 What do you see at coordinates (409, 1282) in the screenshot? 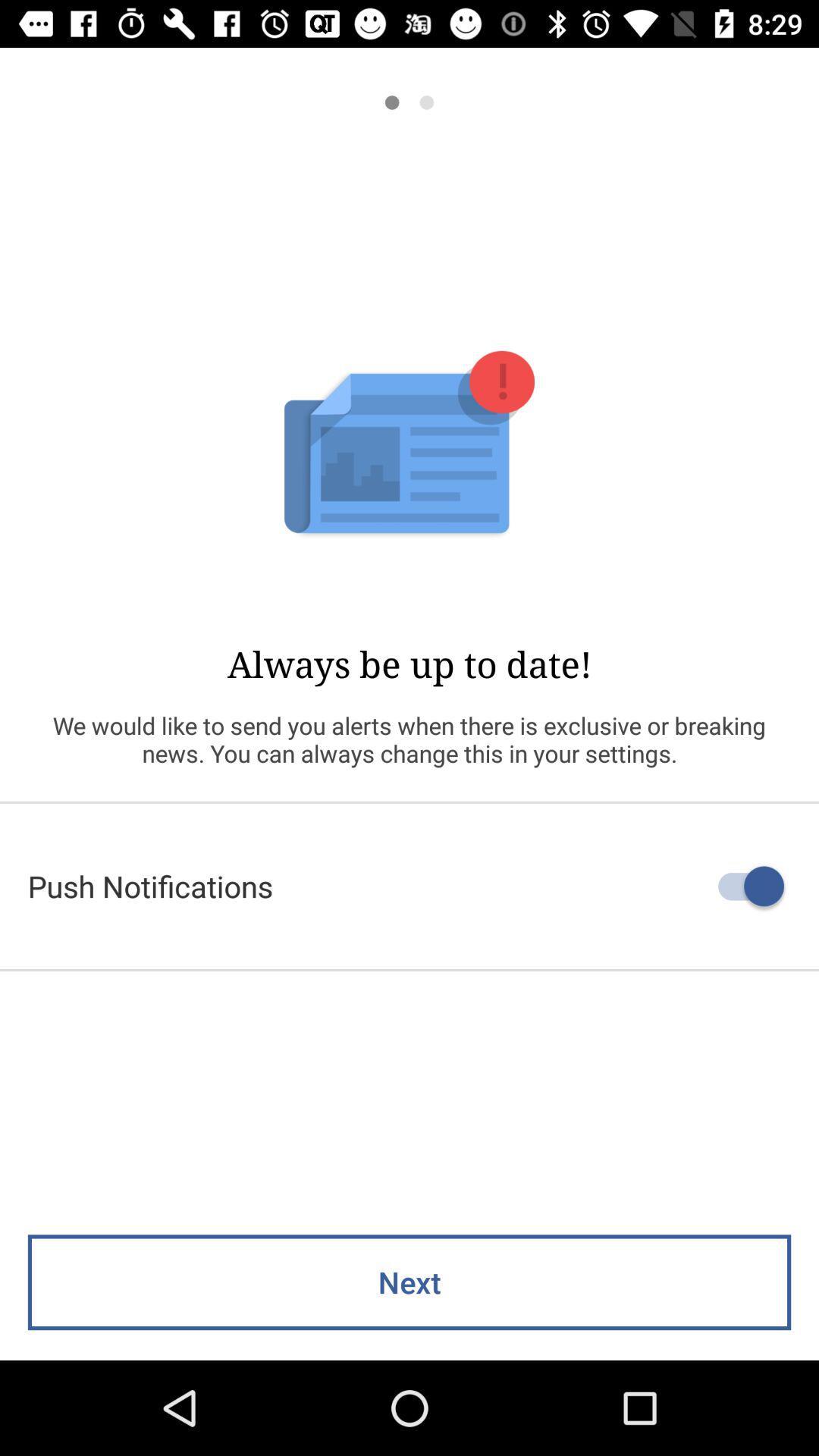
I see `the next icon` at bounding box center [409, 1282].